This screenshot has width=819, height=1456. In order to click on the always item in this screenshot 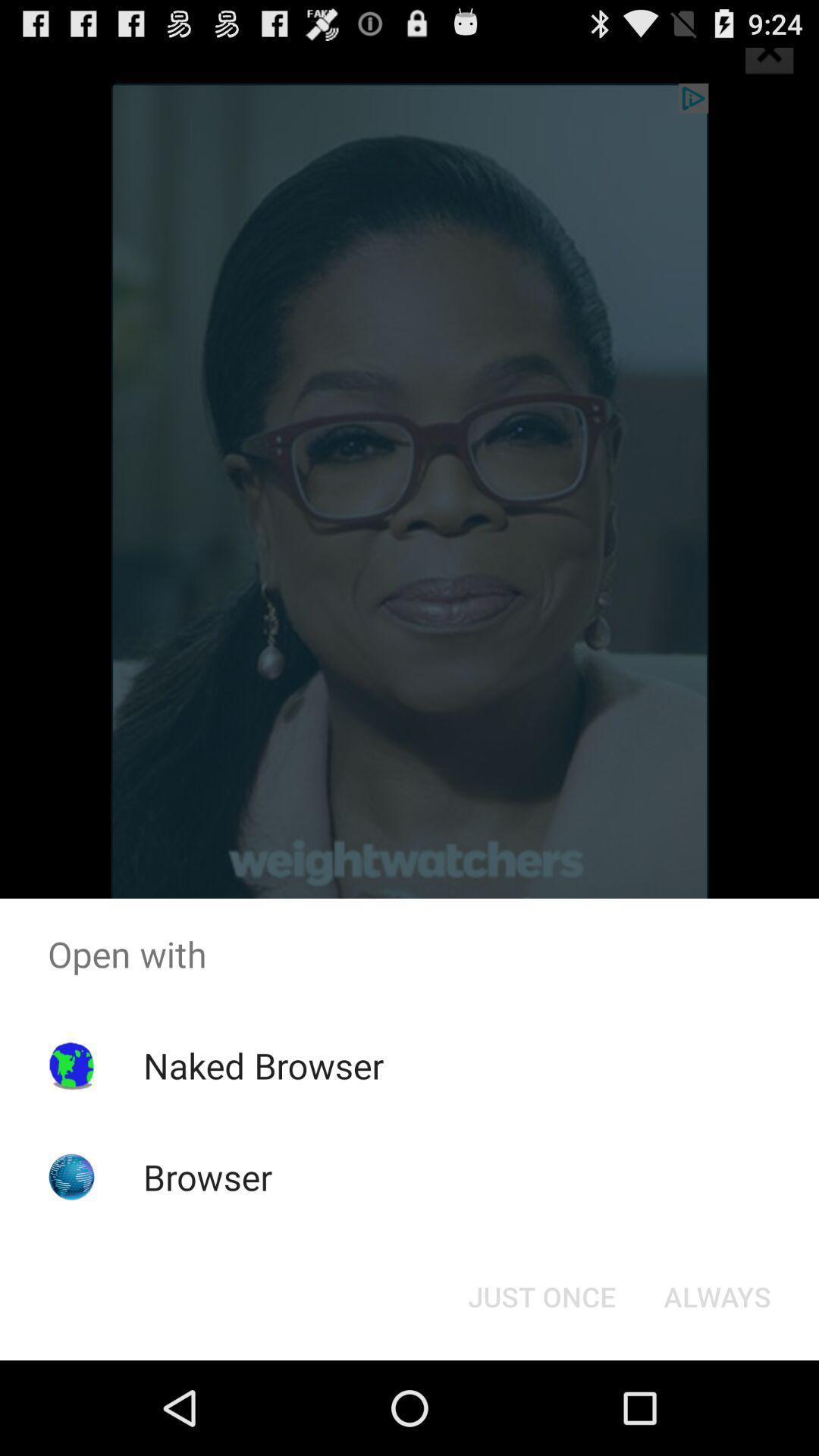, I will do `click(717, 1295)`.